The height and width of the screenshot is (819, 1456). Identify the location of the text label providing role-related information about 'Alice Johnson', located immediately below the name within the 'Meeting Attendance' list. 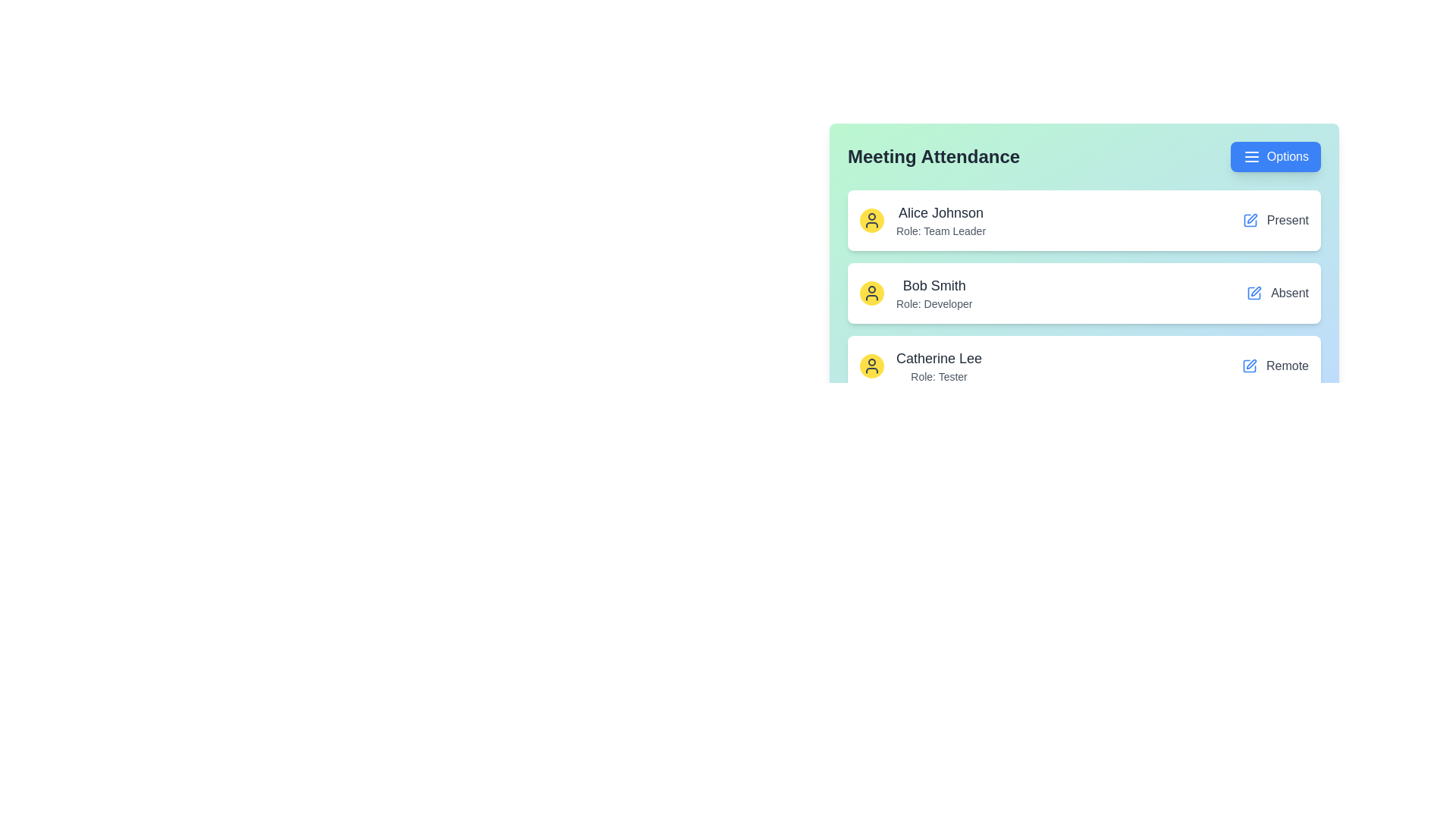
(940, 231).